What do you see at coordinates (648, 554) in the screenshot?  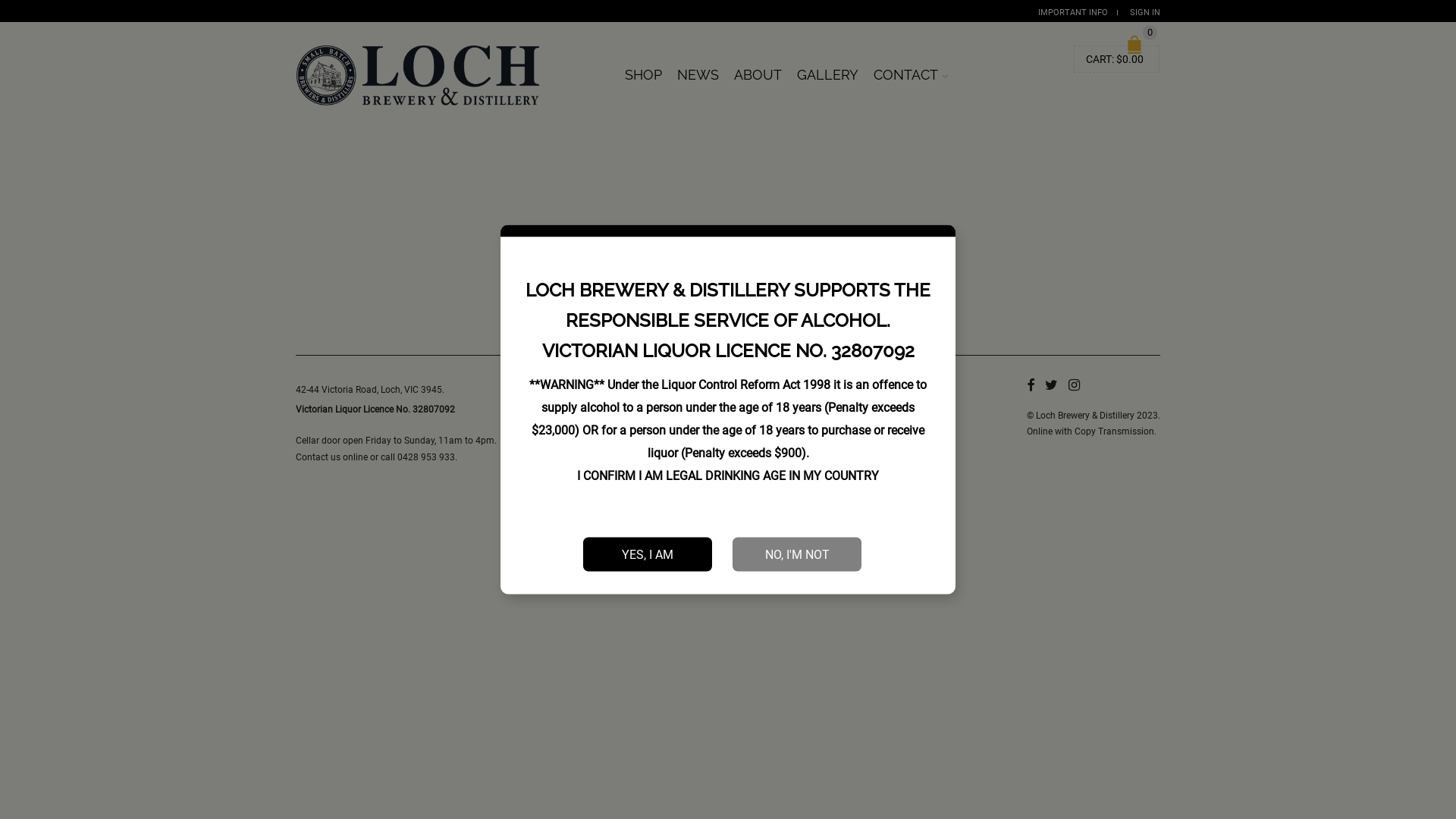 I see `'YES, I AM'` at bounding box center [648, 554].